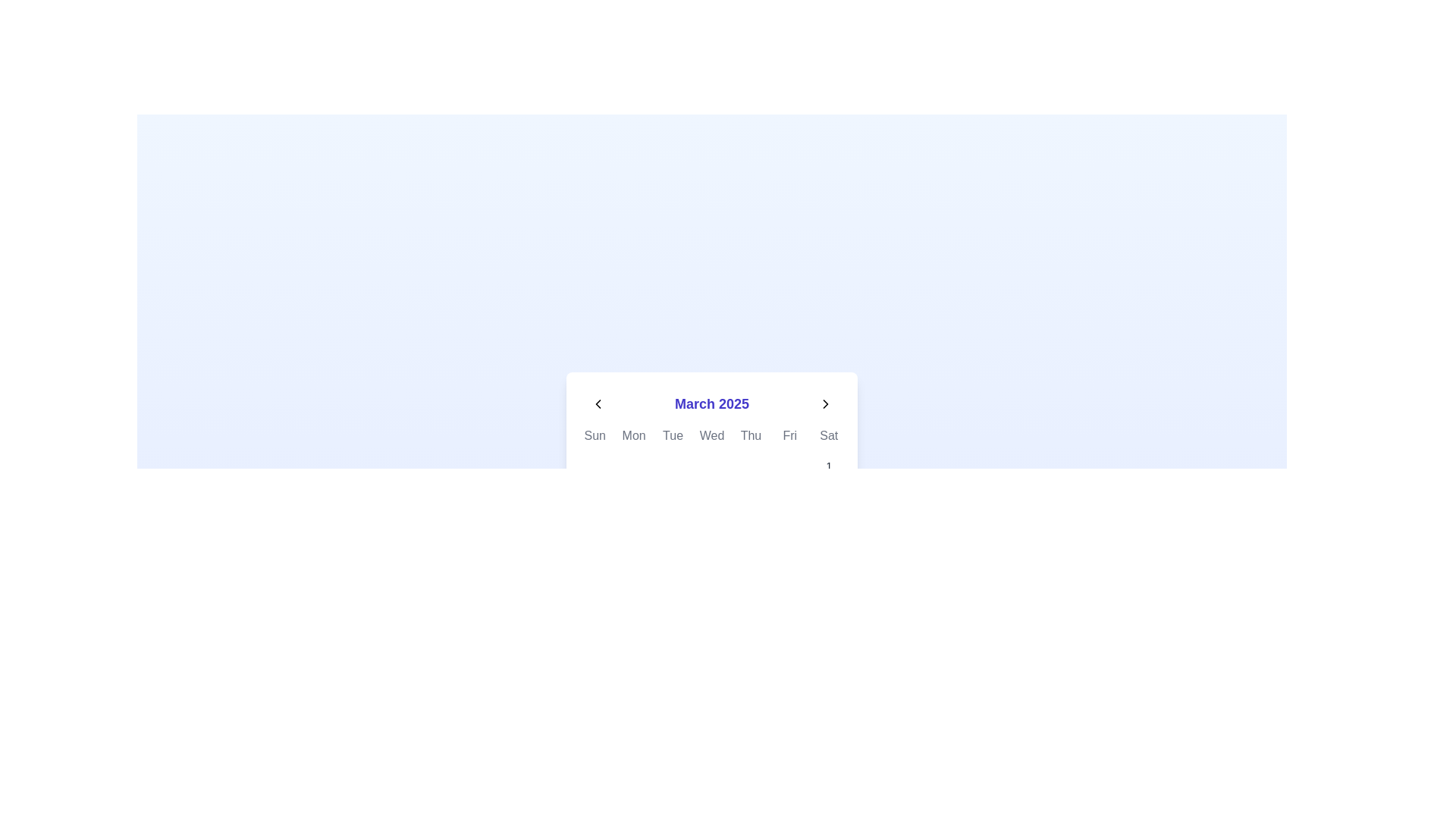  What do you see at coordinates (789, 465) in the screenshot?
I see `the button-like placeholder located in the calendar grid under the 'Fri' column, which has rounded corners and a plain background` at bounding box center [789, 465].